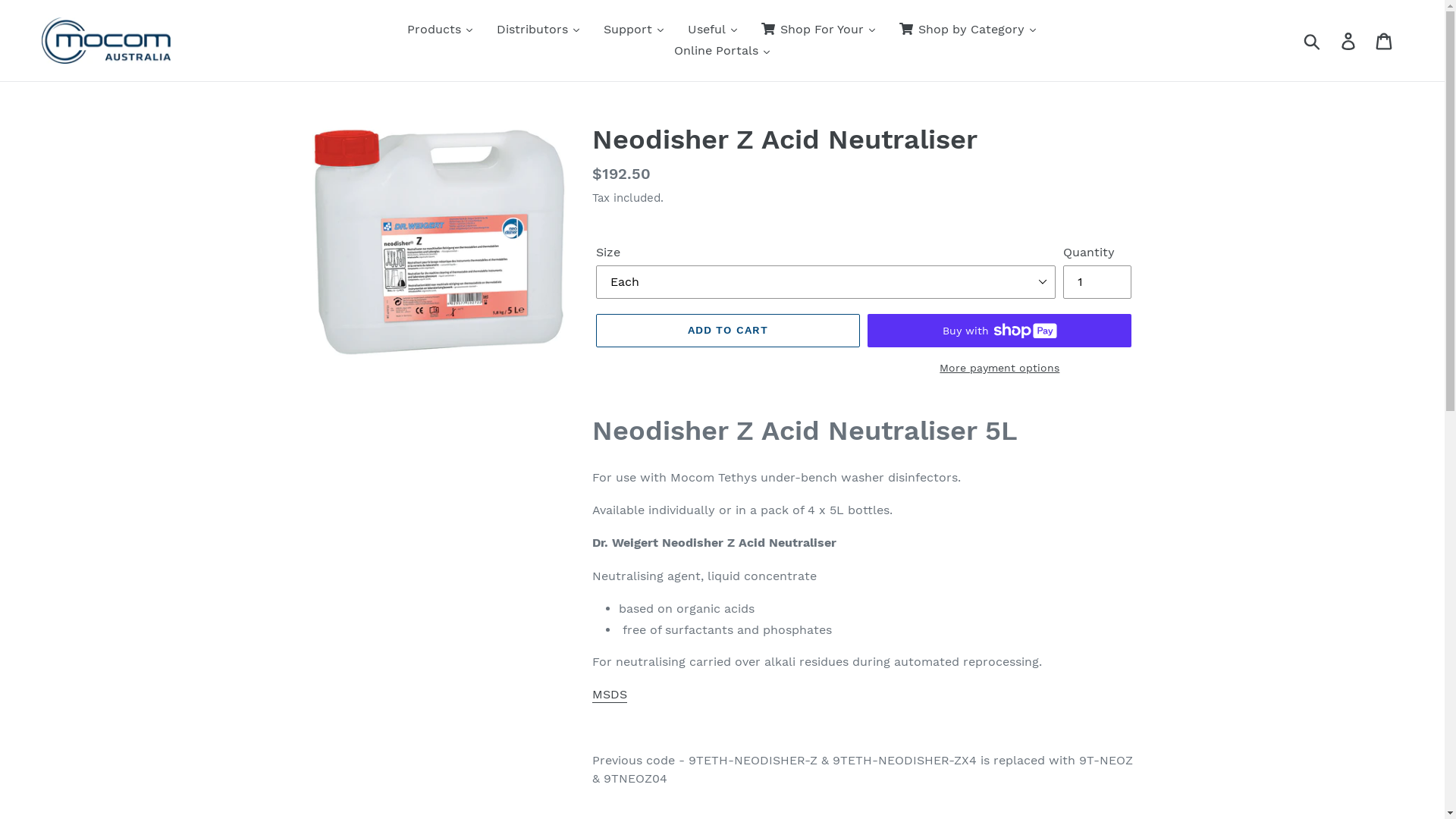  I want to click on 'Distributors', so click(538, 29).